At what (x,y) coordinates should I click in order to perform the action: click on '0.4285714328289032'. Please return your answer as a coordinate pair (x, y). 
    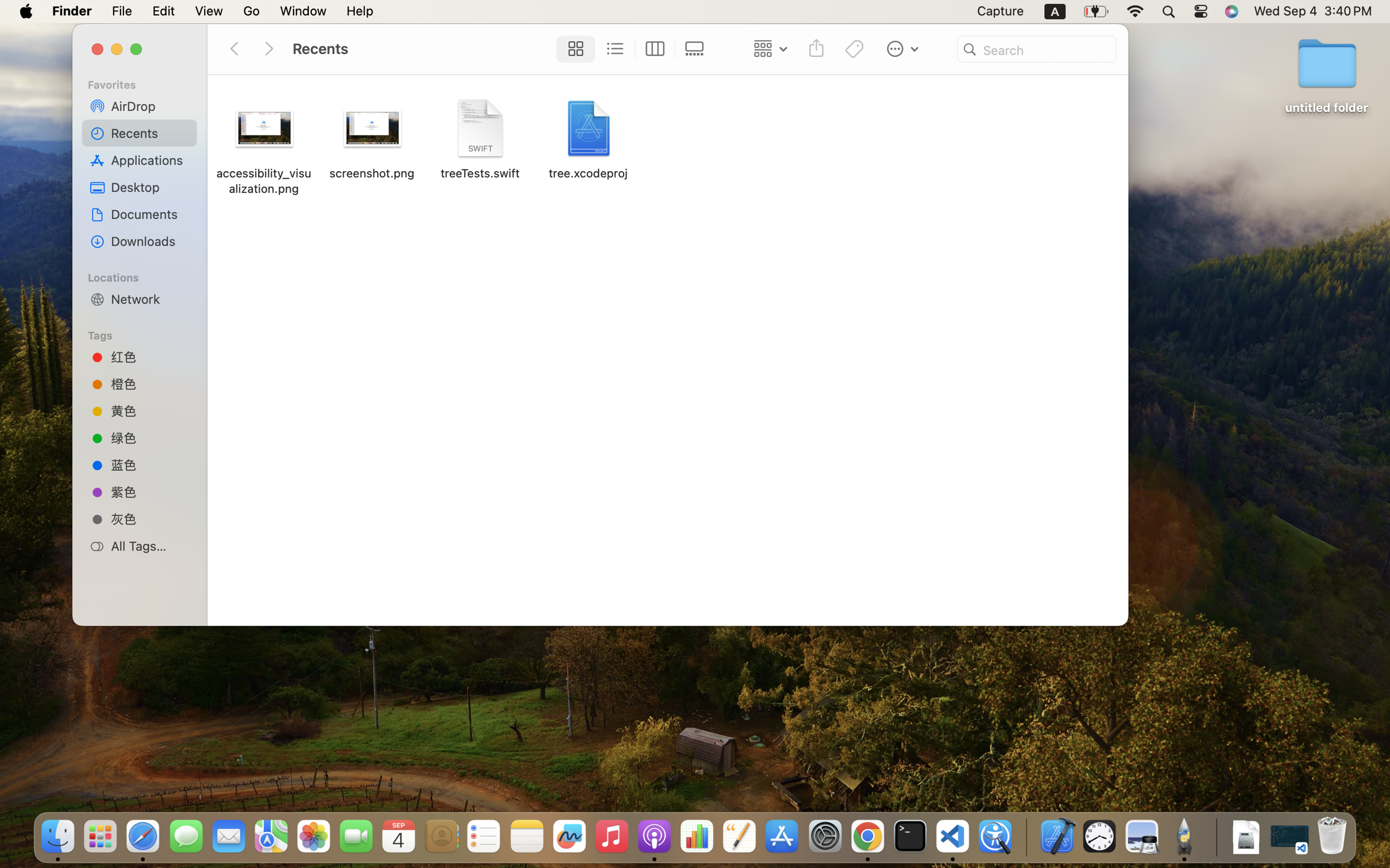
    Looking at the image, I should click on (1025, 836).